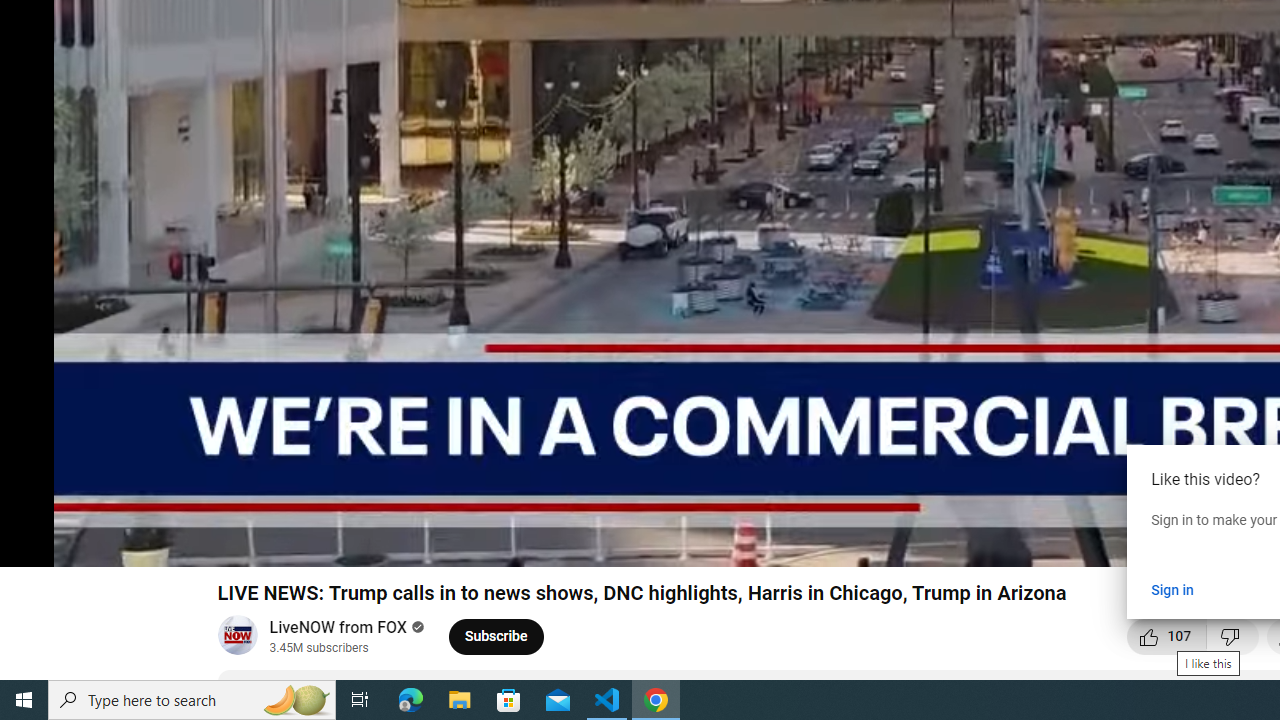 The width and height of the screenshot is (1280, 720). Describe the element at coordinates (1167, 636) in the screenshot. I see `'like this video along with 107 other people'` at that location.